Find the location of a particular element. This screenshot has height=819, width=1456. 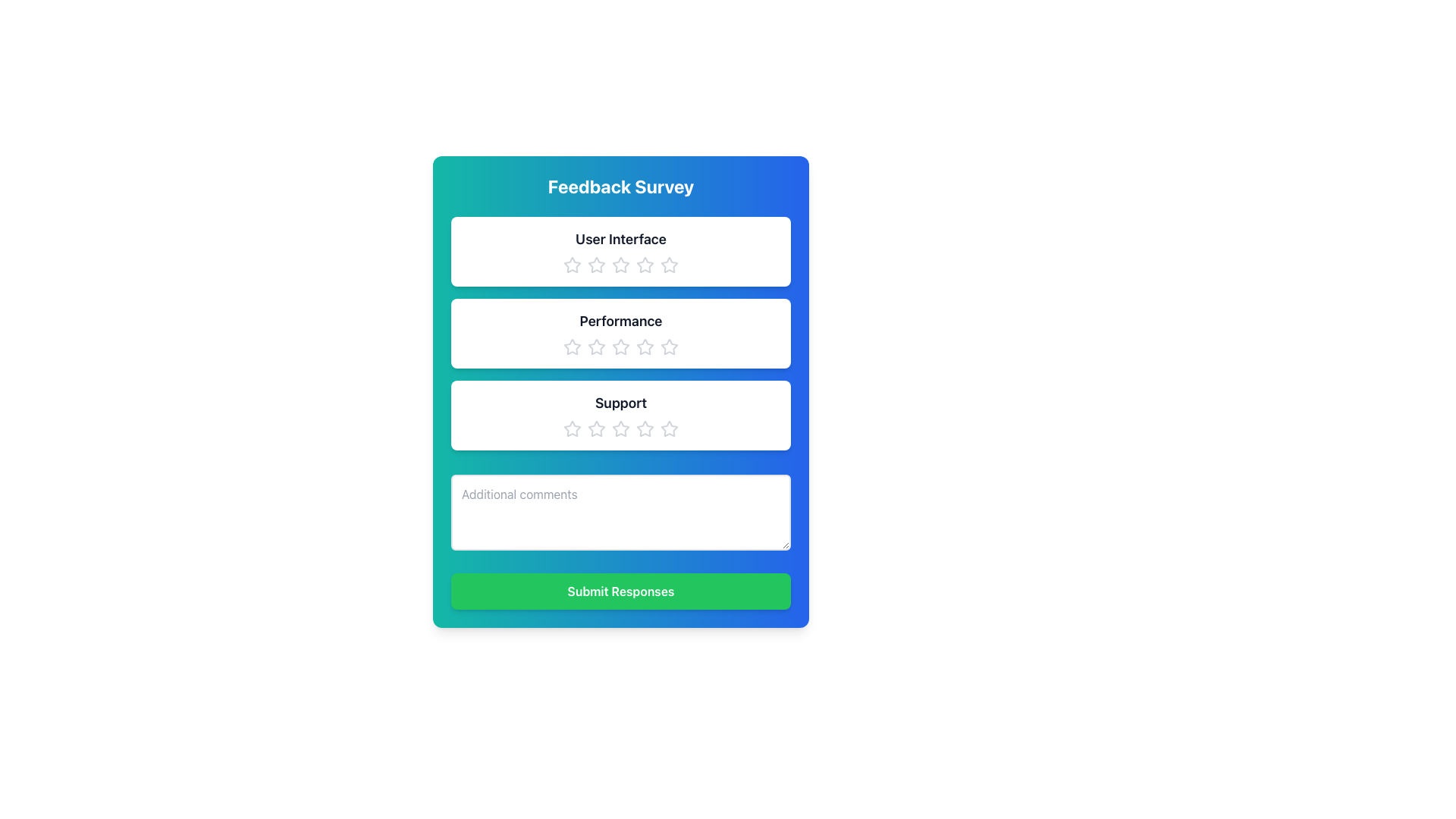

the third star is located at coordinates (668, 346).